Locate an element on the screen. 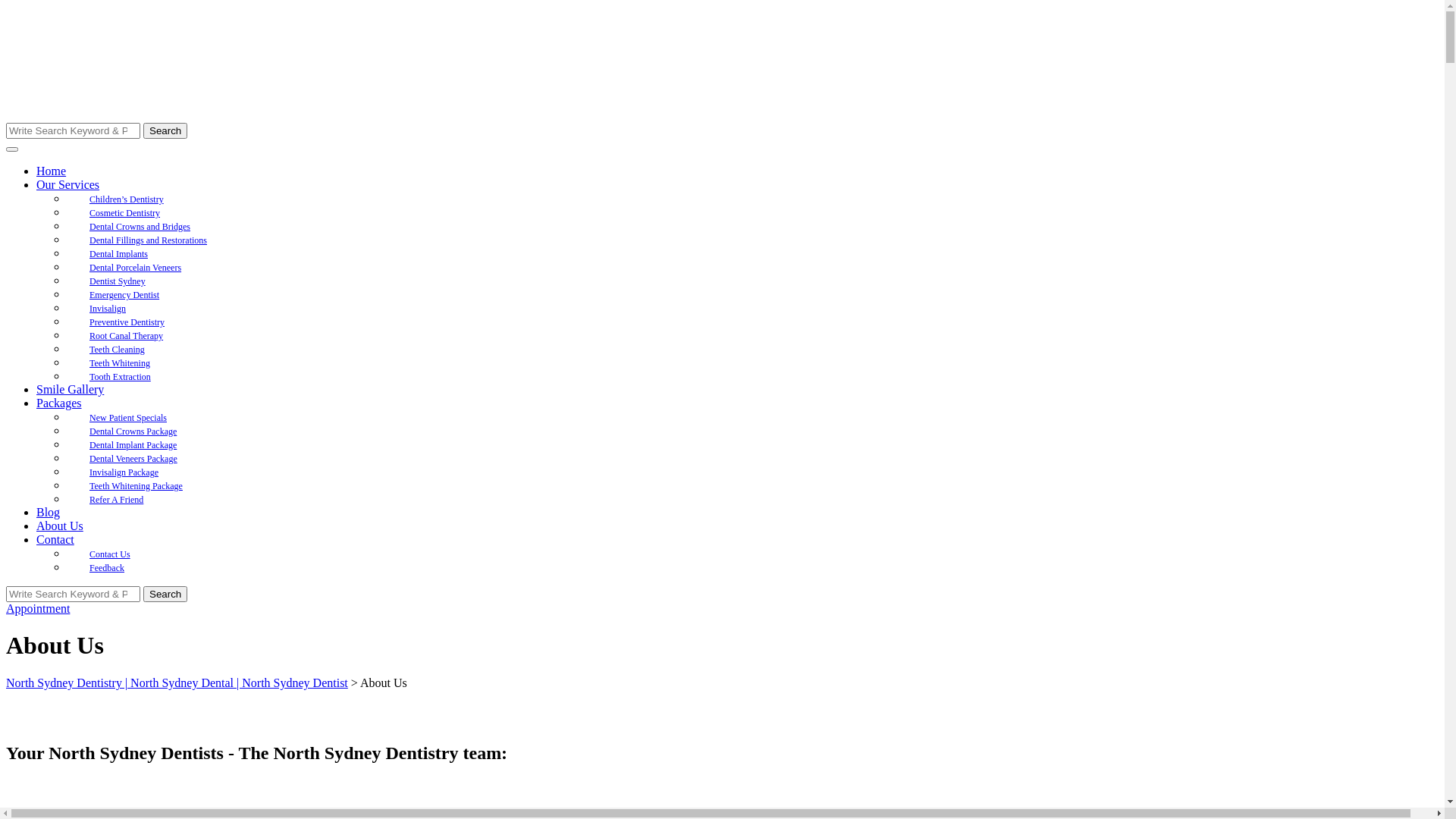  'About Us' is located at coordinates (59, 525).